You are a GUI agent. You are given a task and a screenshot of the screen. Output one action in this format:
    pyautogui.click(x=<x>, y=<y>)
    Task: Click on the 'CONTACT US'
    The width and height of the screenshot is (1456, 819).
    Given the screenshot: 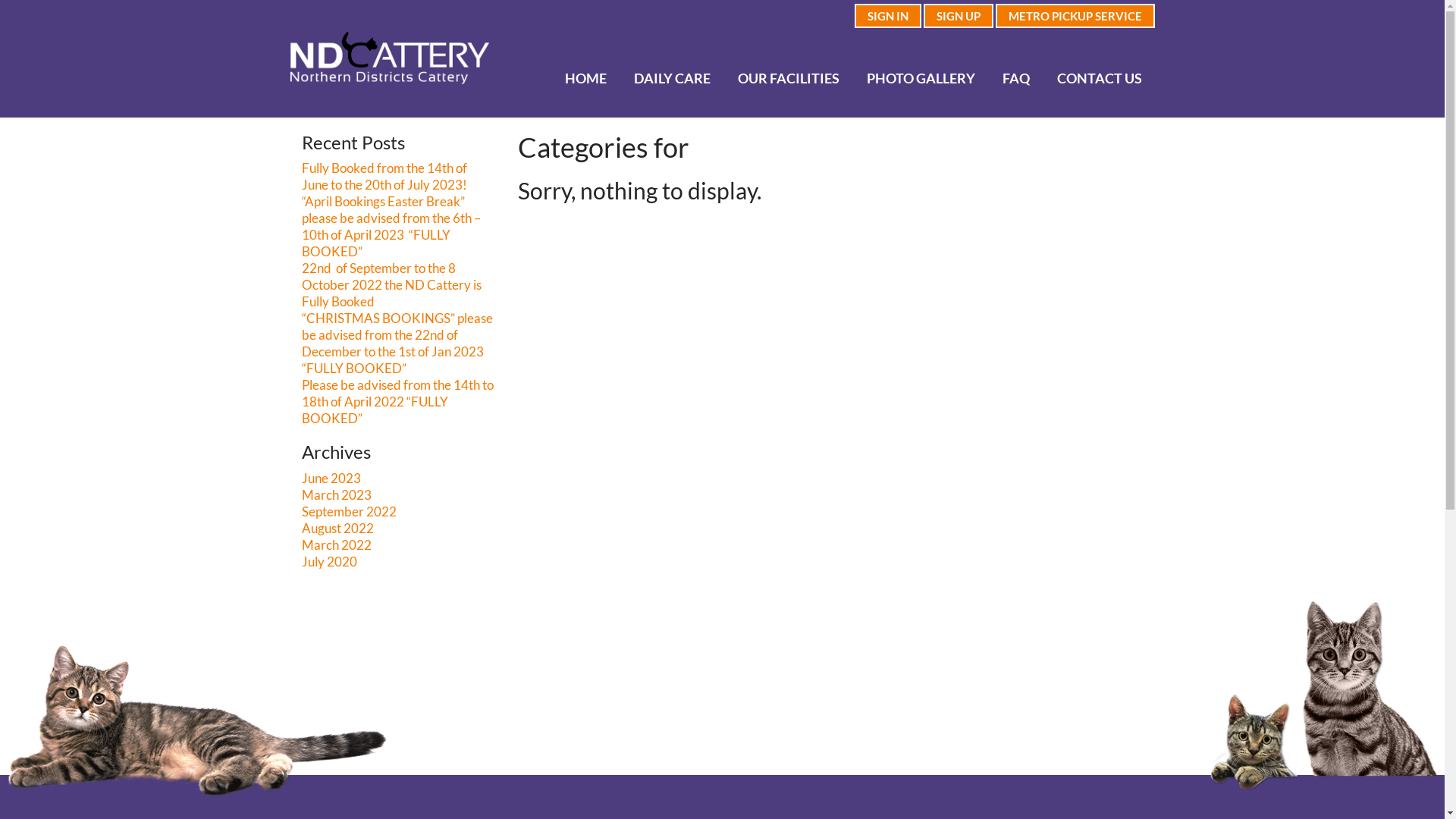 What is the action you would take?
    pyautogui.click(x=1043, y=77)
    